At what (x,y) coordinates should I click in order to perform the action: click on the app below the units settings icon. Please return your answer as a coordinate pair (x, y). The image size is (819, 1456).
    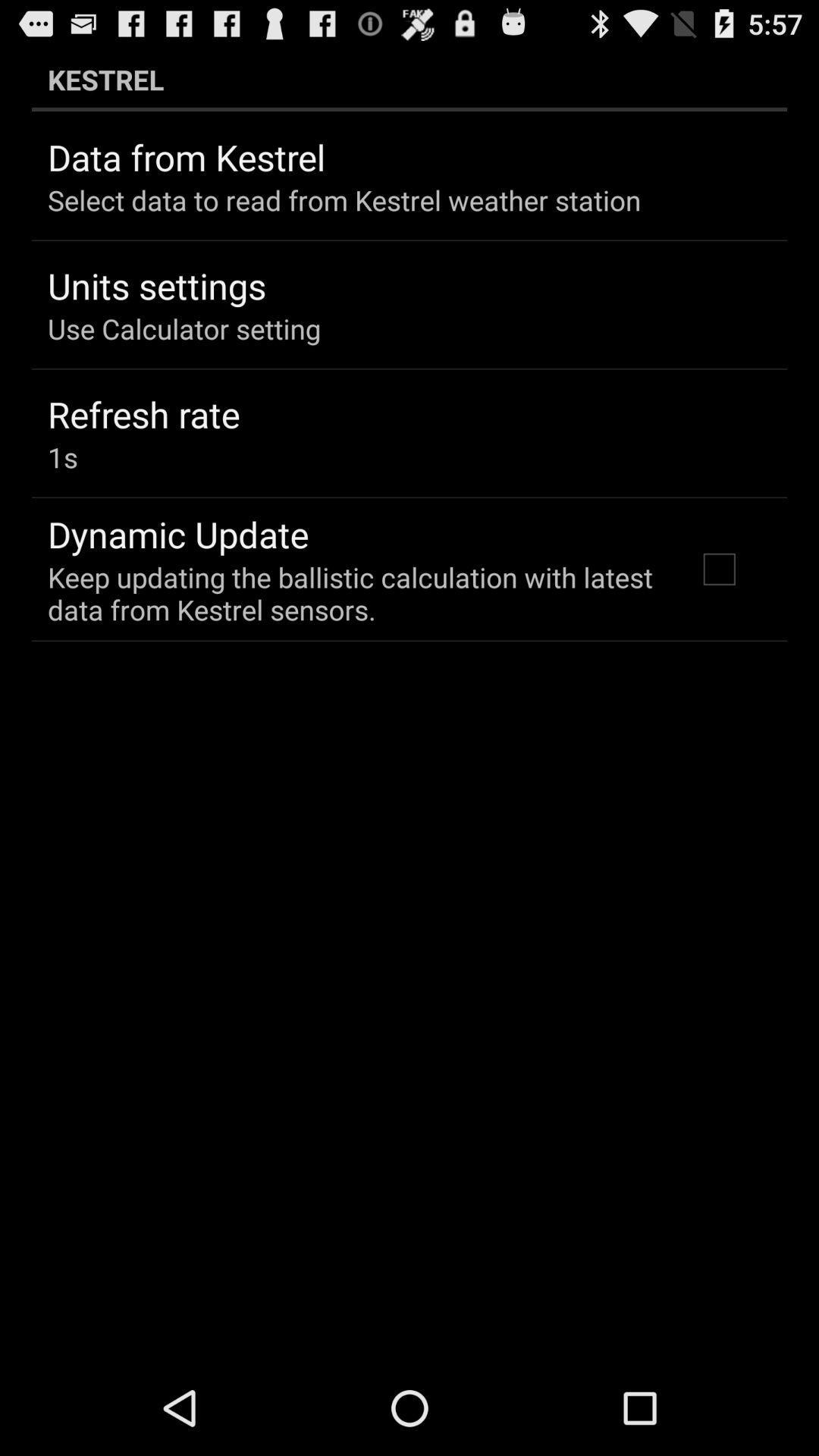
    Looking at the image, I should click on (184, 328).